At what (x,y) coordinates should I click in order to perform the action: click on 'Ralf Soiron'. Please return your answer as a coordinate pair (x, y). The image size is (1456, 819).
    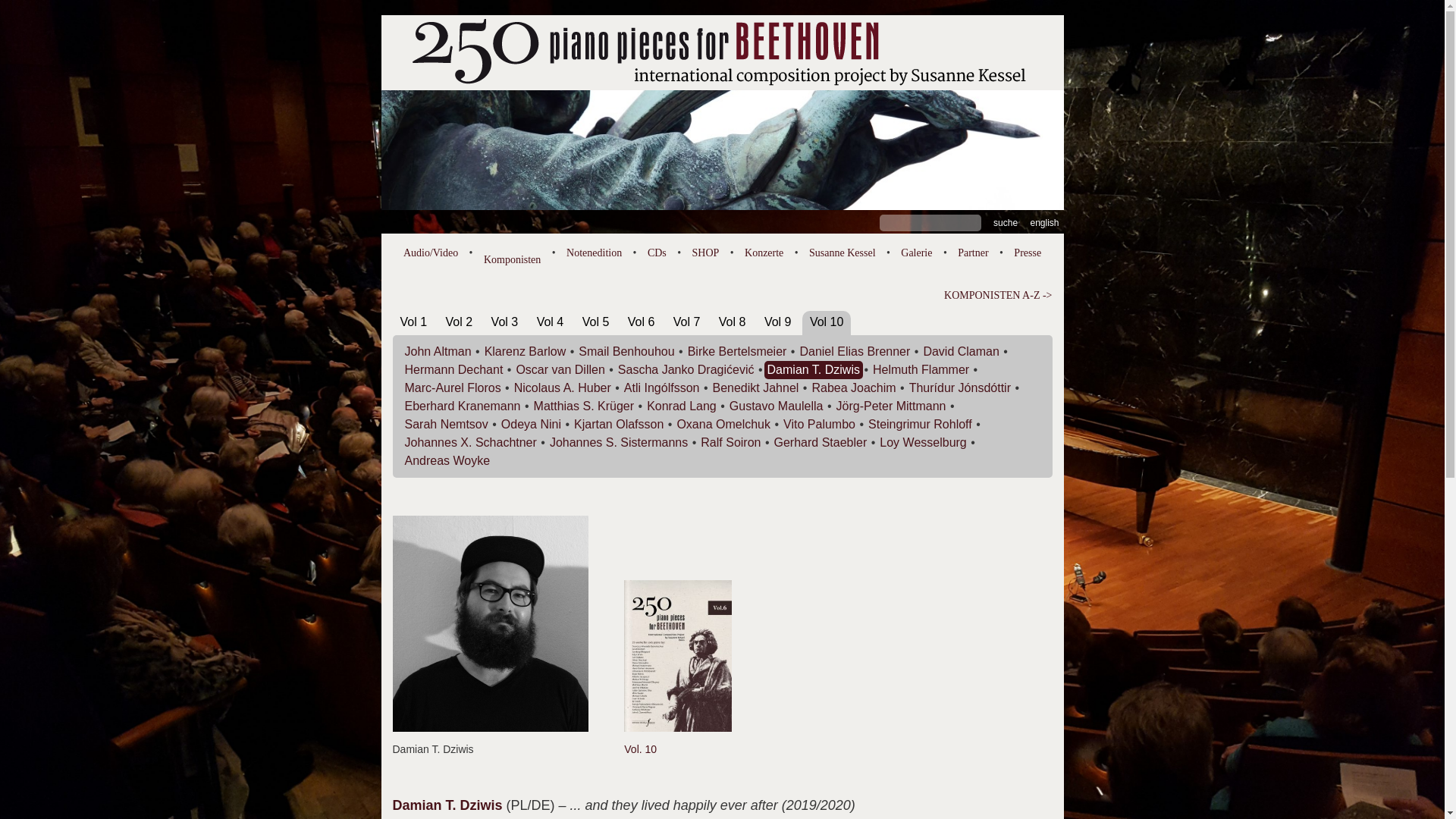
    Looking at the image, I should click on (730, 442).